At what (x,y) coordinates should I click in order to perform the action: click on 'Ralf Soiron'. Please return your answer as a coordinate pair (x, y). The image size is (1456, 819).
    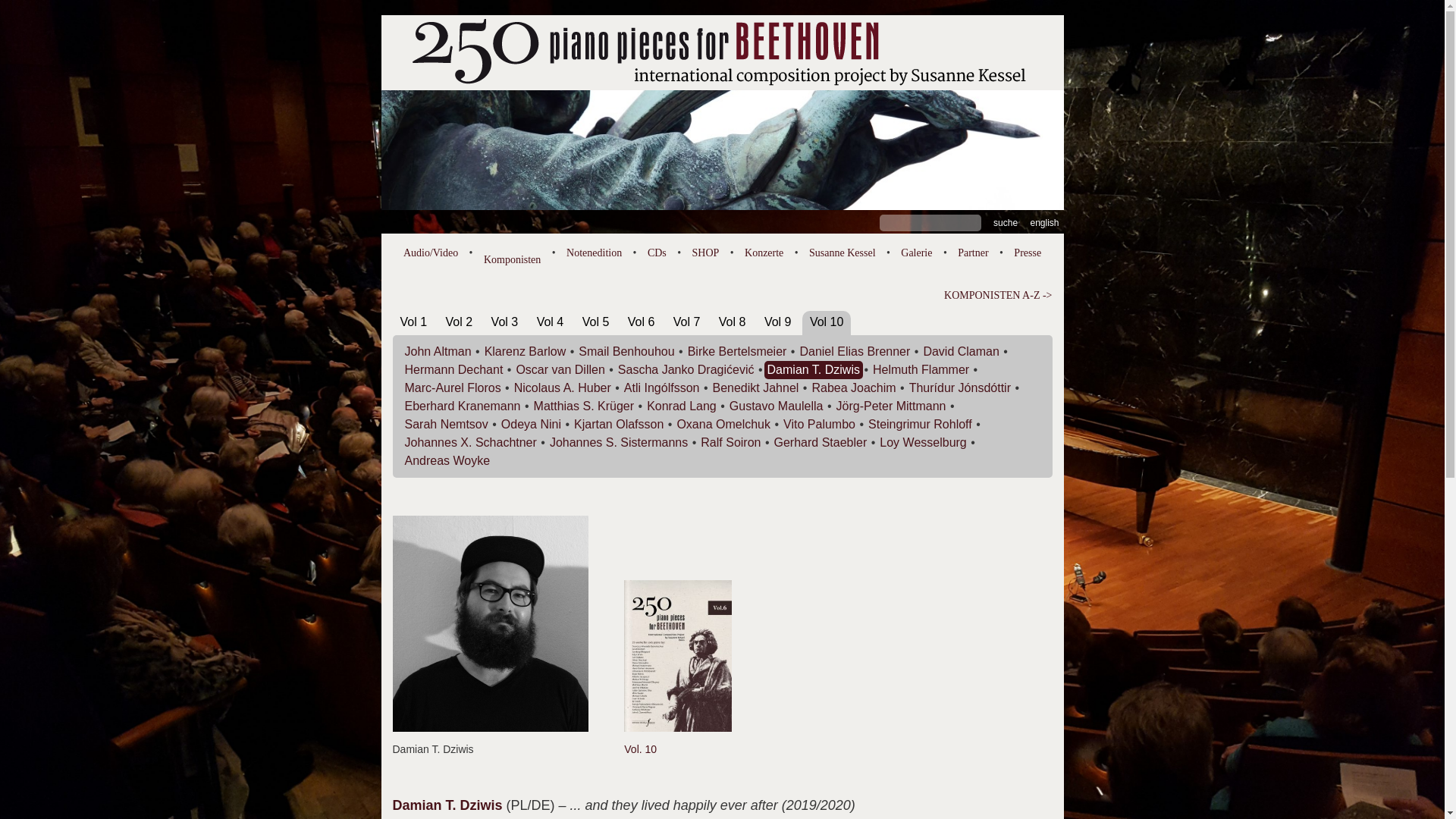
    Looking at the image, I should click on (730, 442).